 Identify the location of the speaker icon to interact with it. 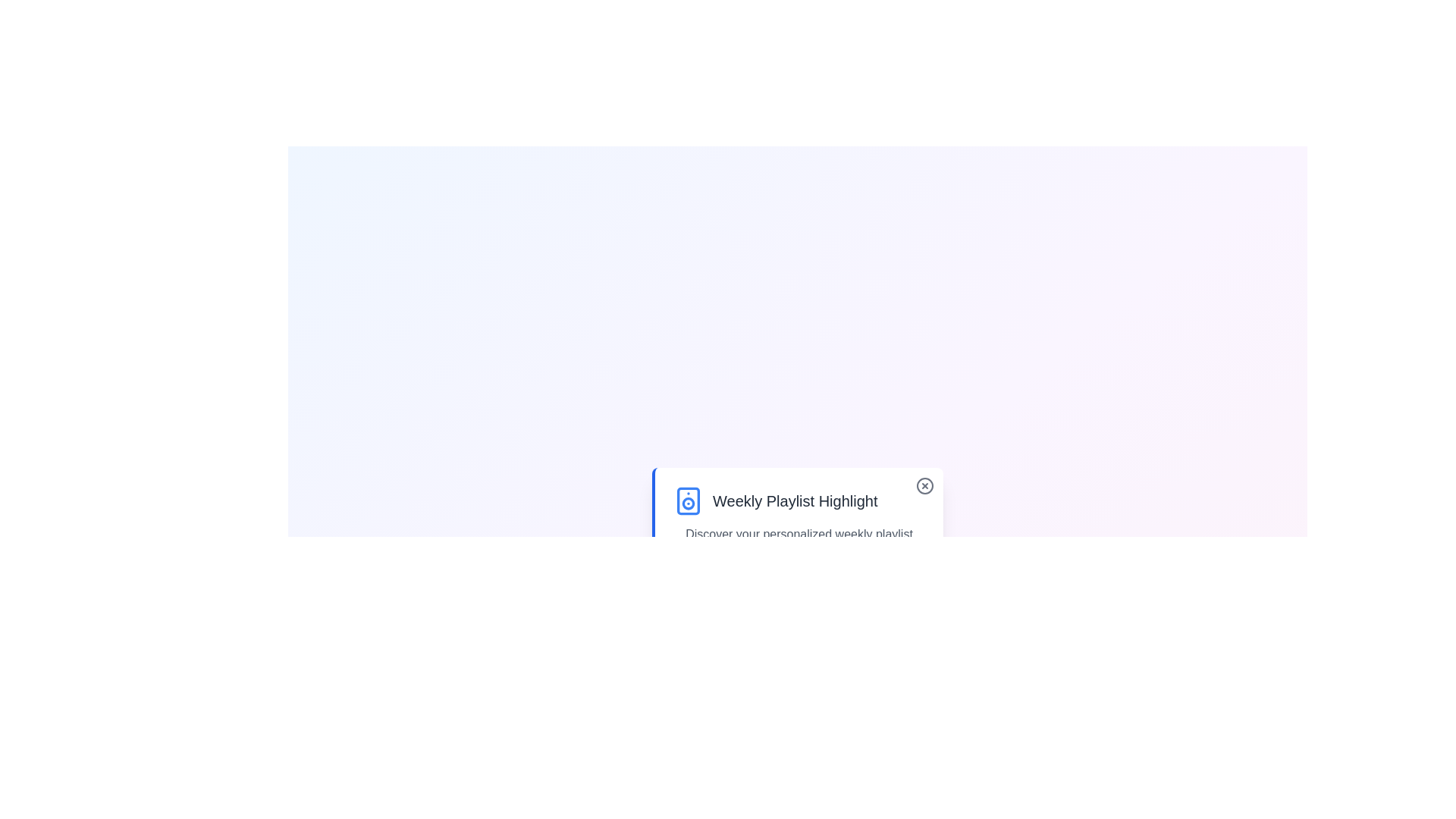
(687, 500).